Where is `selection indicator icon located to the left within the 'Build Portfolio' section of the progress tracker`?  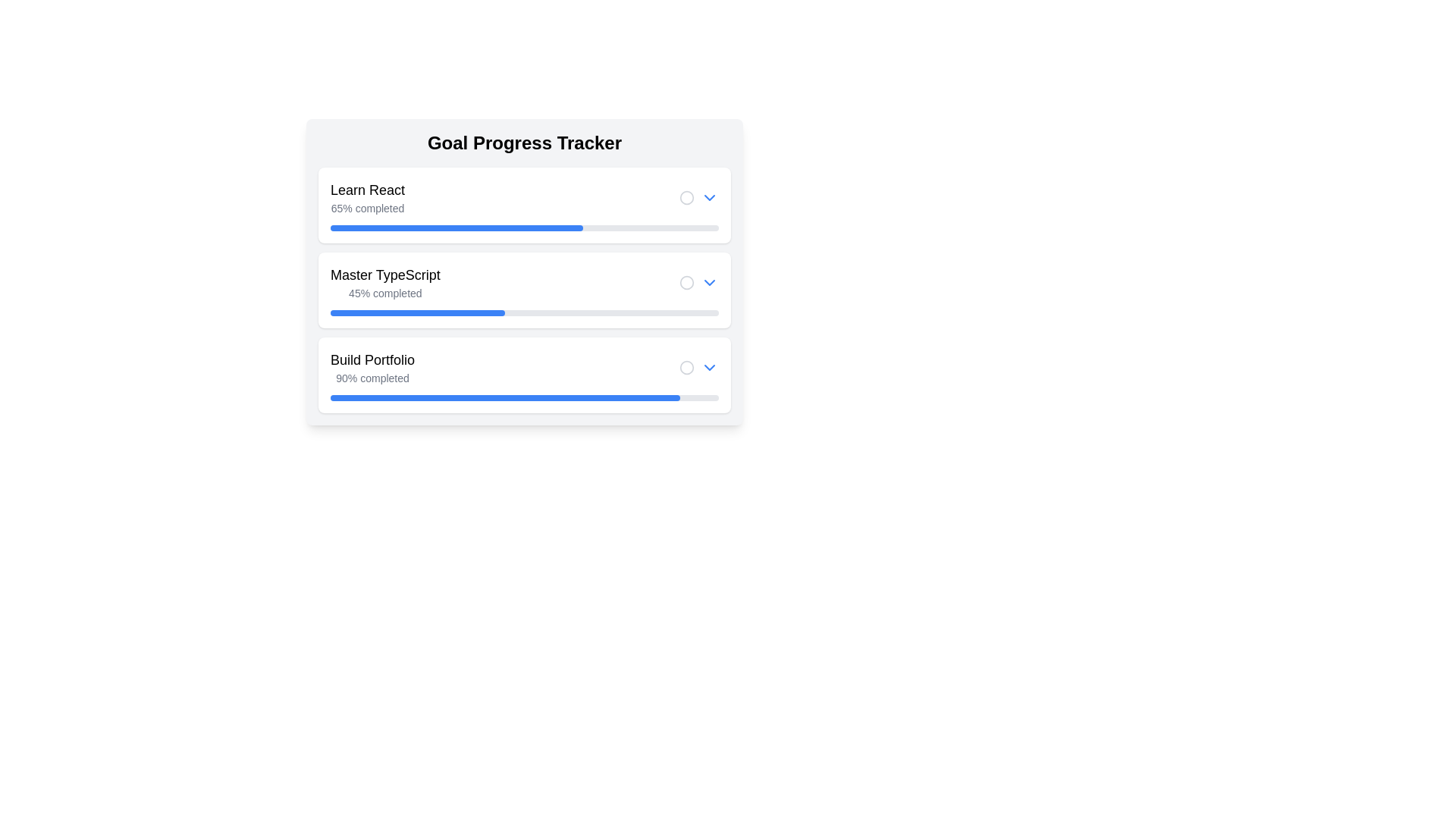
selection indicator icon located to the left within the 'Build Portfolio' section of the progress tracker is located at coordinates (686, 368).